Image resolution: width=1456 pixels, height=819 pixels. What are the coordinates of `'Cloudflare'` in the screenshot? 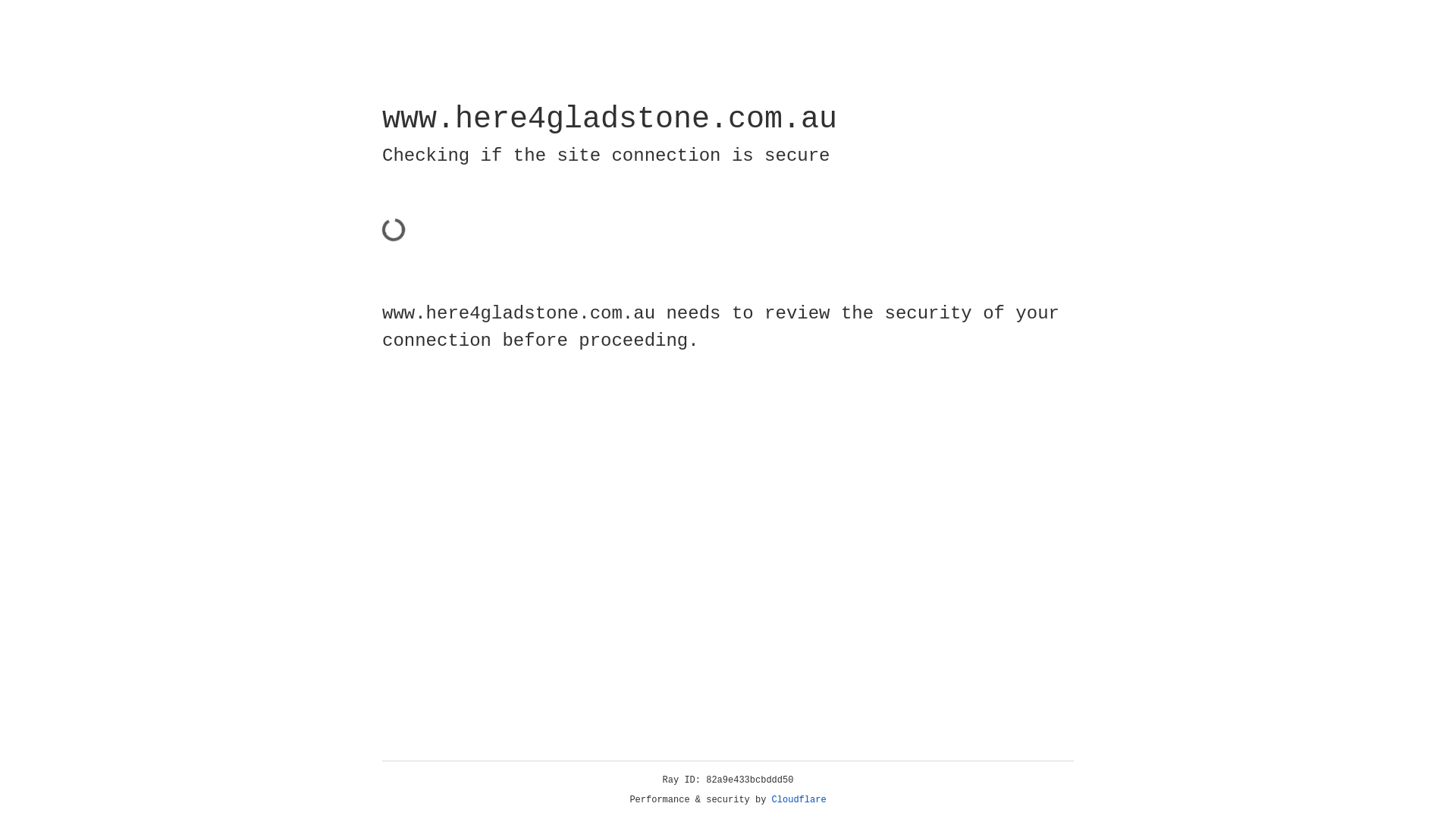 It's located at (799, 799).